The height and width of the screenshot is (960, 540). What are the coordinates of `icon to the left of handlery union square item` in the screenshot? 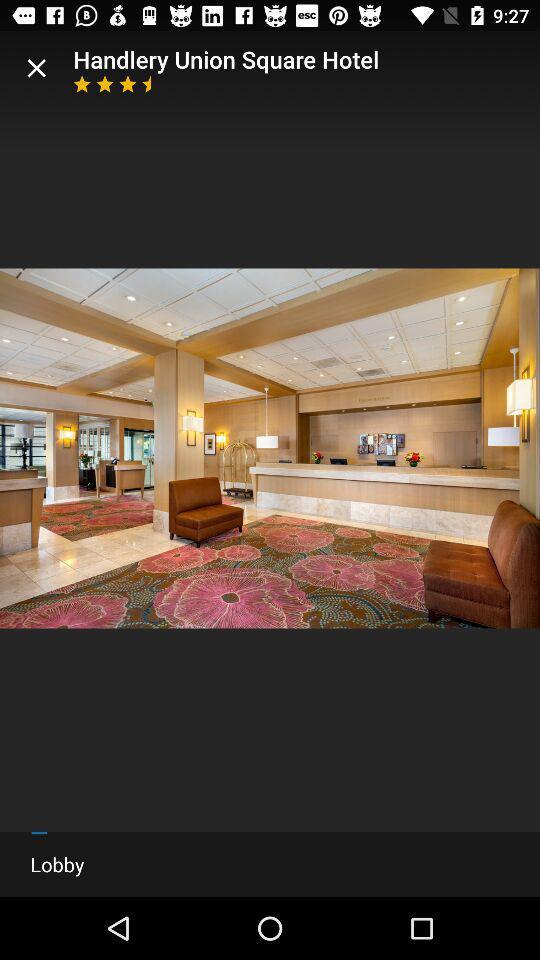 It's located at (36, 68).